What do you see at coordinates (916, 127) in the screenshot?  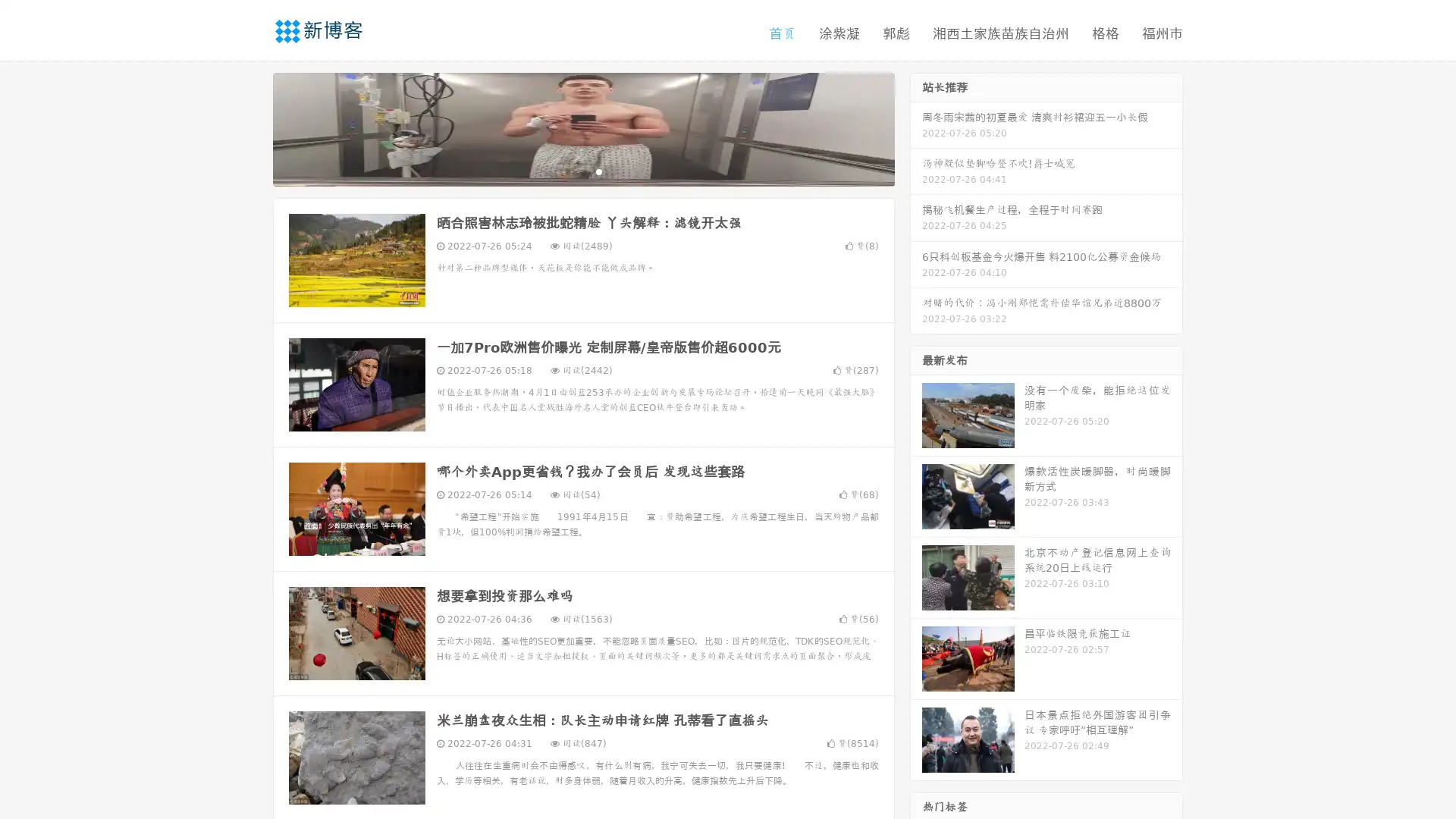 I see `Next slide` at bounding box center [916, 127].